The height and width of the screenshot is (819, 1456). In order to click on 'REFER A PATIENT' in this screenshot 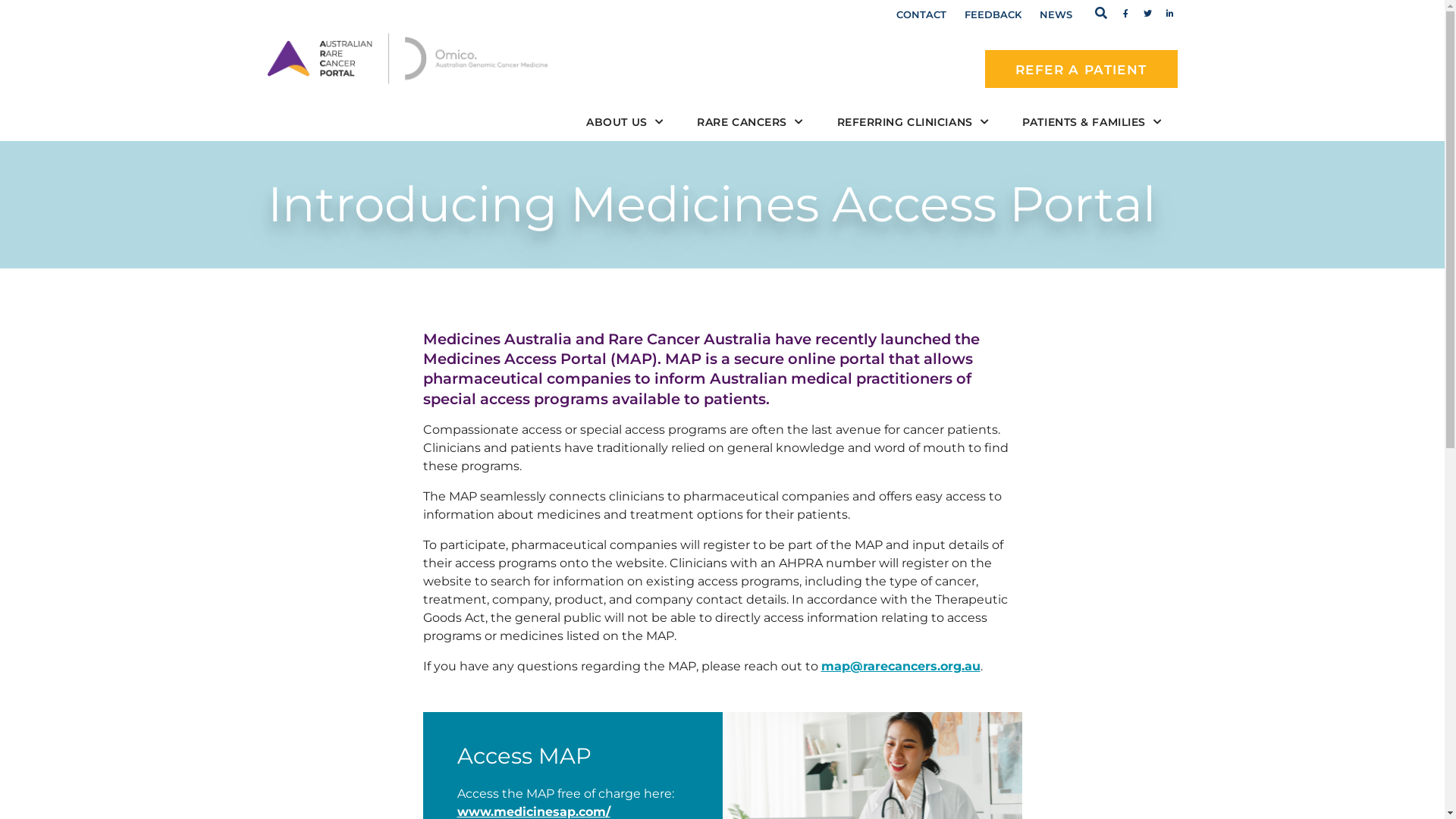, I will do `click(1080, 69)`.